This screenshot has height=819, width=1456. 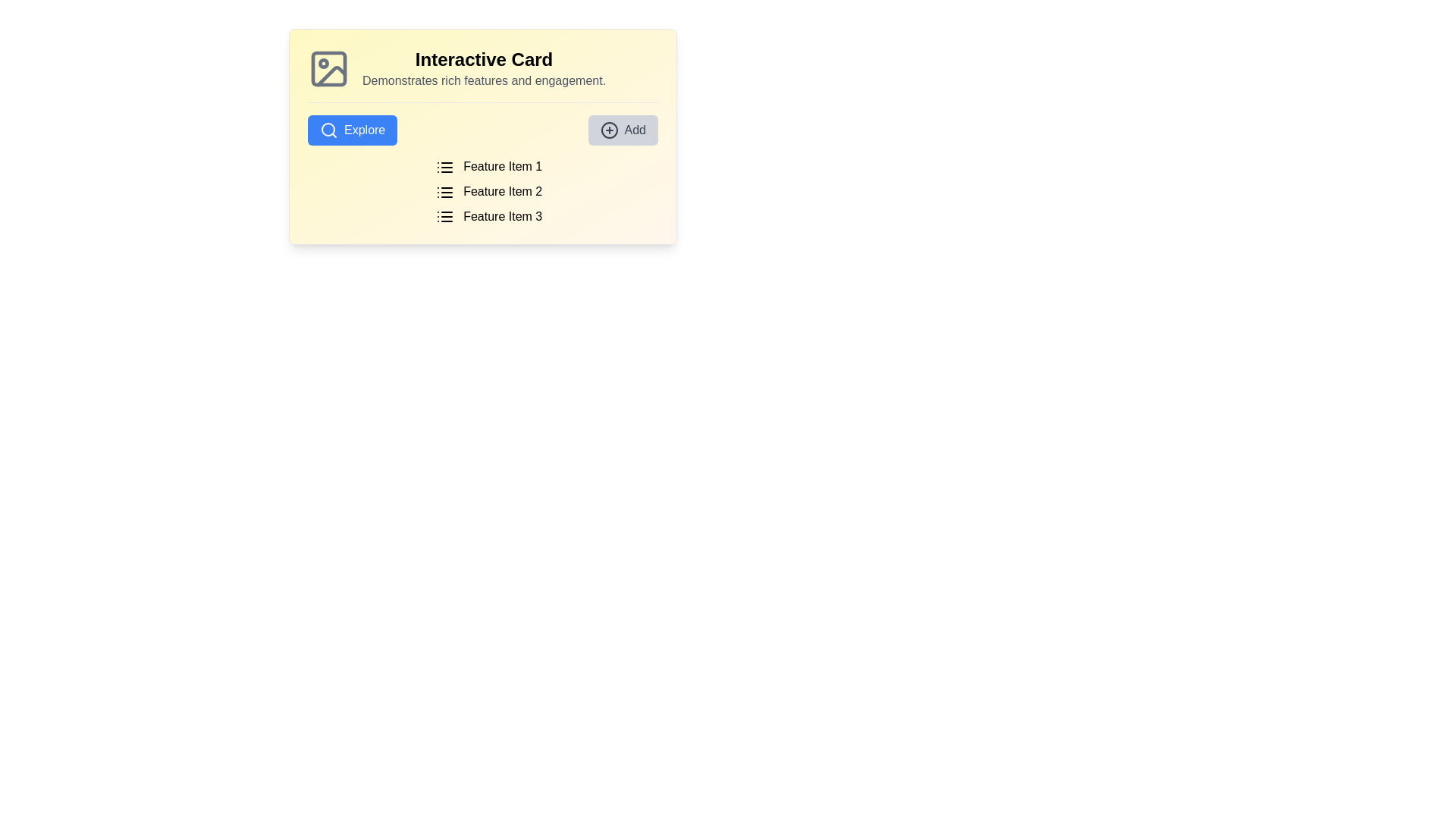 What do you see at coordinates (444, 217) in the screenshot?
I see `the List Icon or Feature Indicator associated with 'Feature Item 3'` at bounding box center [444, 217].